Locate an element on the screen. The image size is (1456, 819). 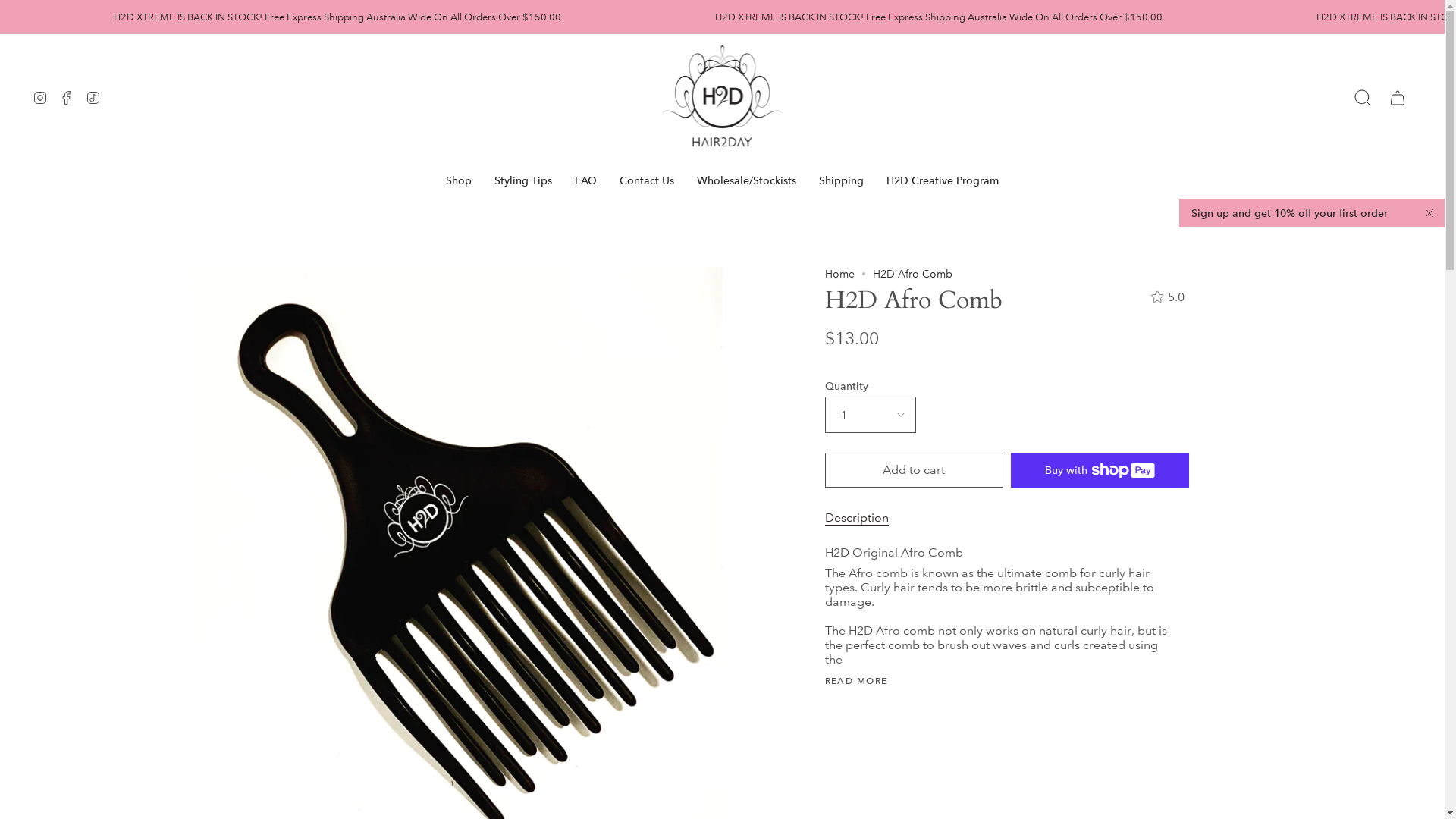
'TikTok' is located at coordinates (93, 98).